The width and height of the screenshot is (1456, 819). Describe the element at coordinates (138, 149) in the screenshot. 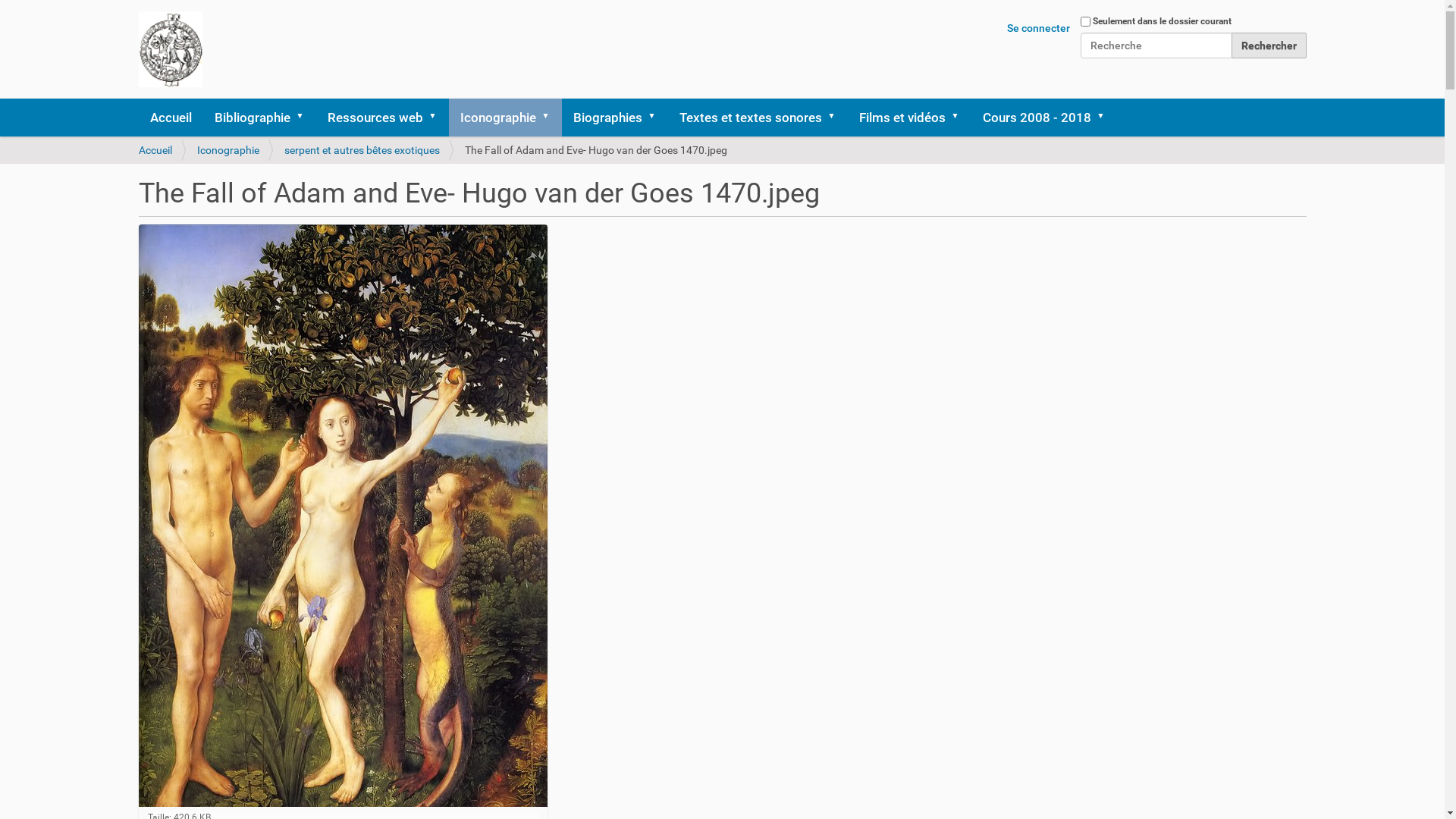

I see `'Accueil'` at that location.